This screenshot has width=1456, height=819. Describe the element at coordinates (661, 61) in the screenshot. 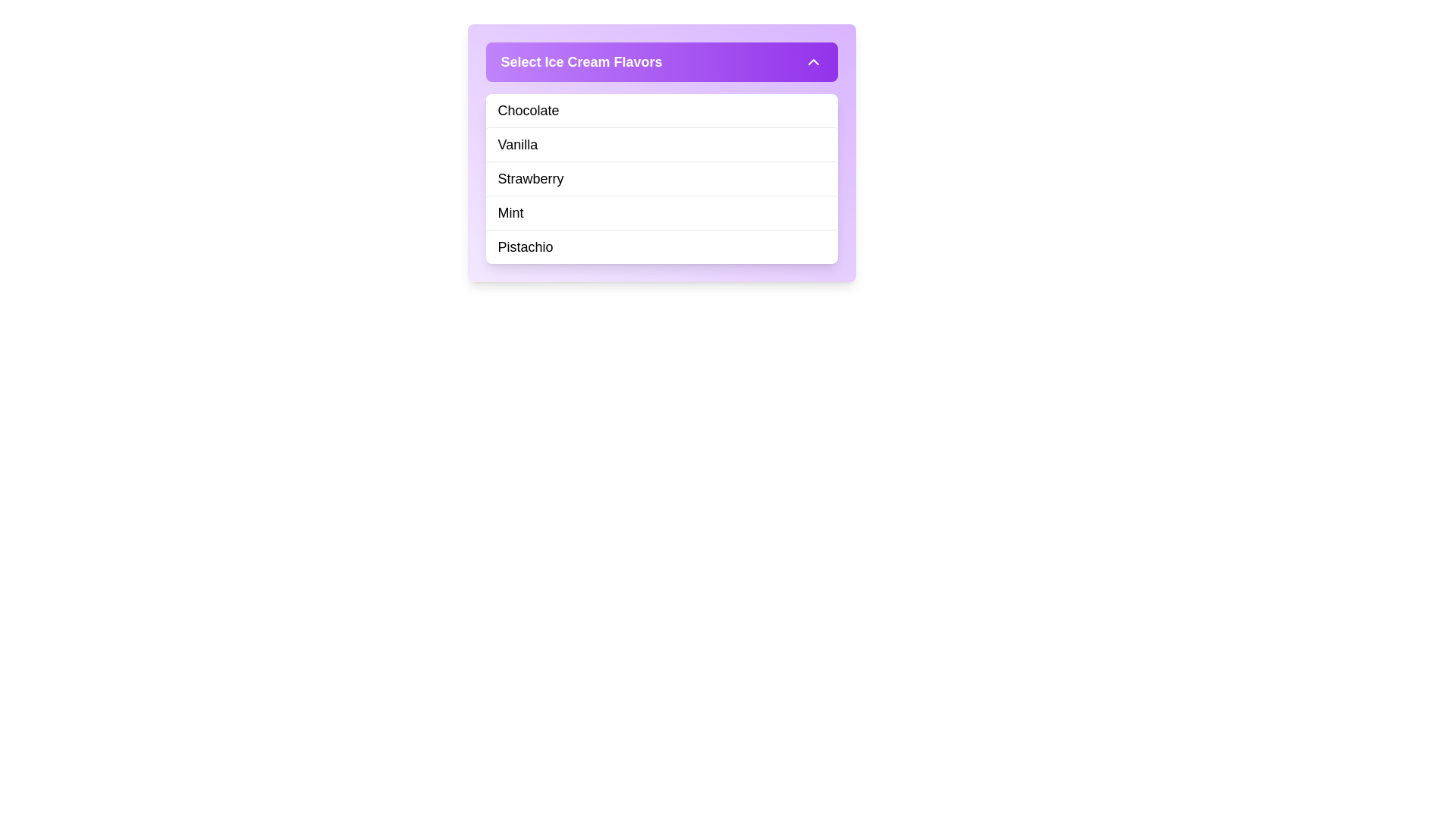

I see `the Dropdown Header labeled 'Select Ice Cream Flavors'` at that location.